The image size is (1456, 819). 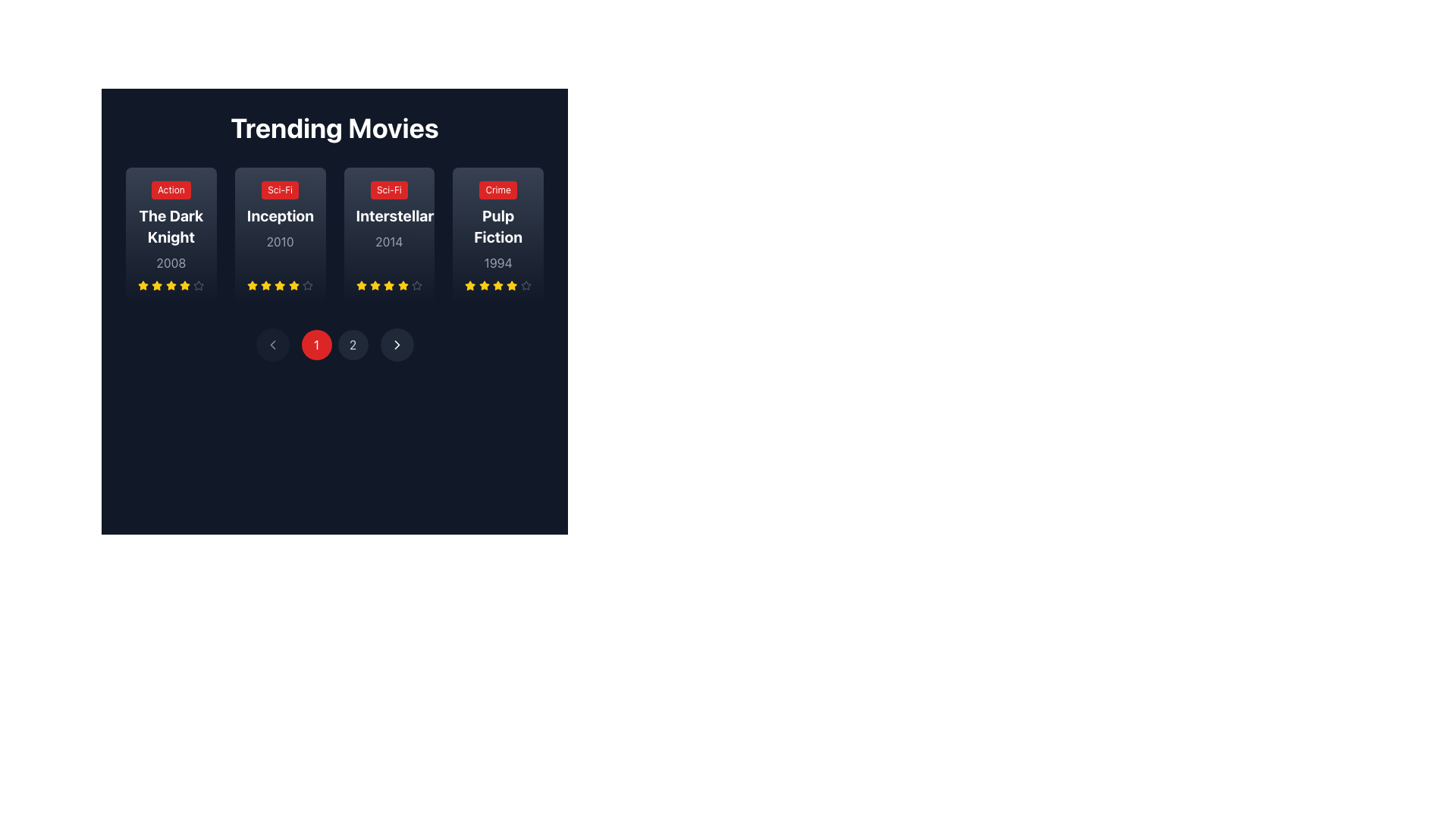 I want to click on the rating display component consisting of five stars, where four stars are yellow and one is gray, located below the '2014' text for the movie 'Interstellar' in the 'Trending Movies' section, so click(x=389, y=285).